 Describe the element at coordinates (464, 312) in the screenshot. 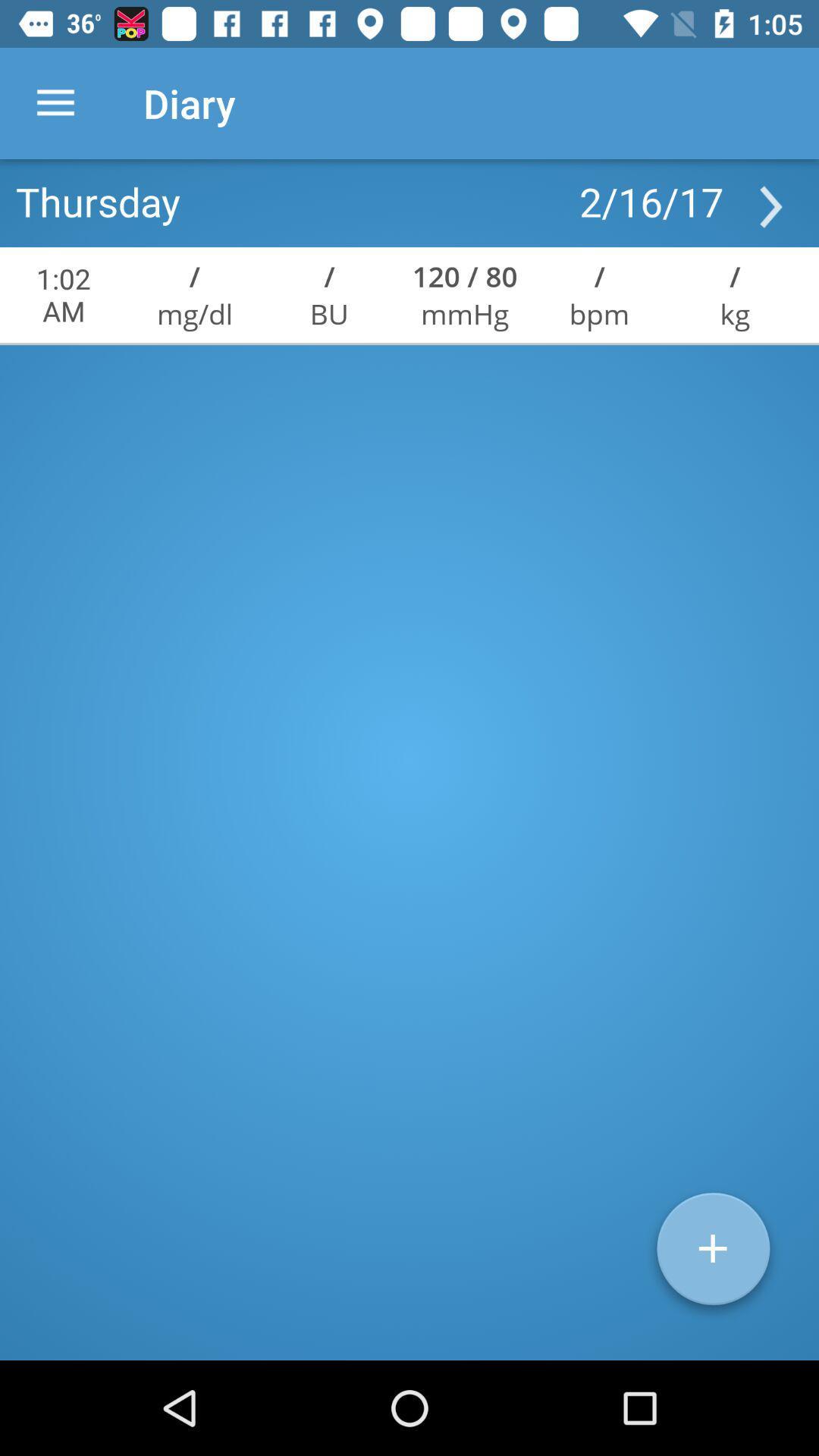

I see `icon next to bpm icon` at that location.